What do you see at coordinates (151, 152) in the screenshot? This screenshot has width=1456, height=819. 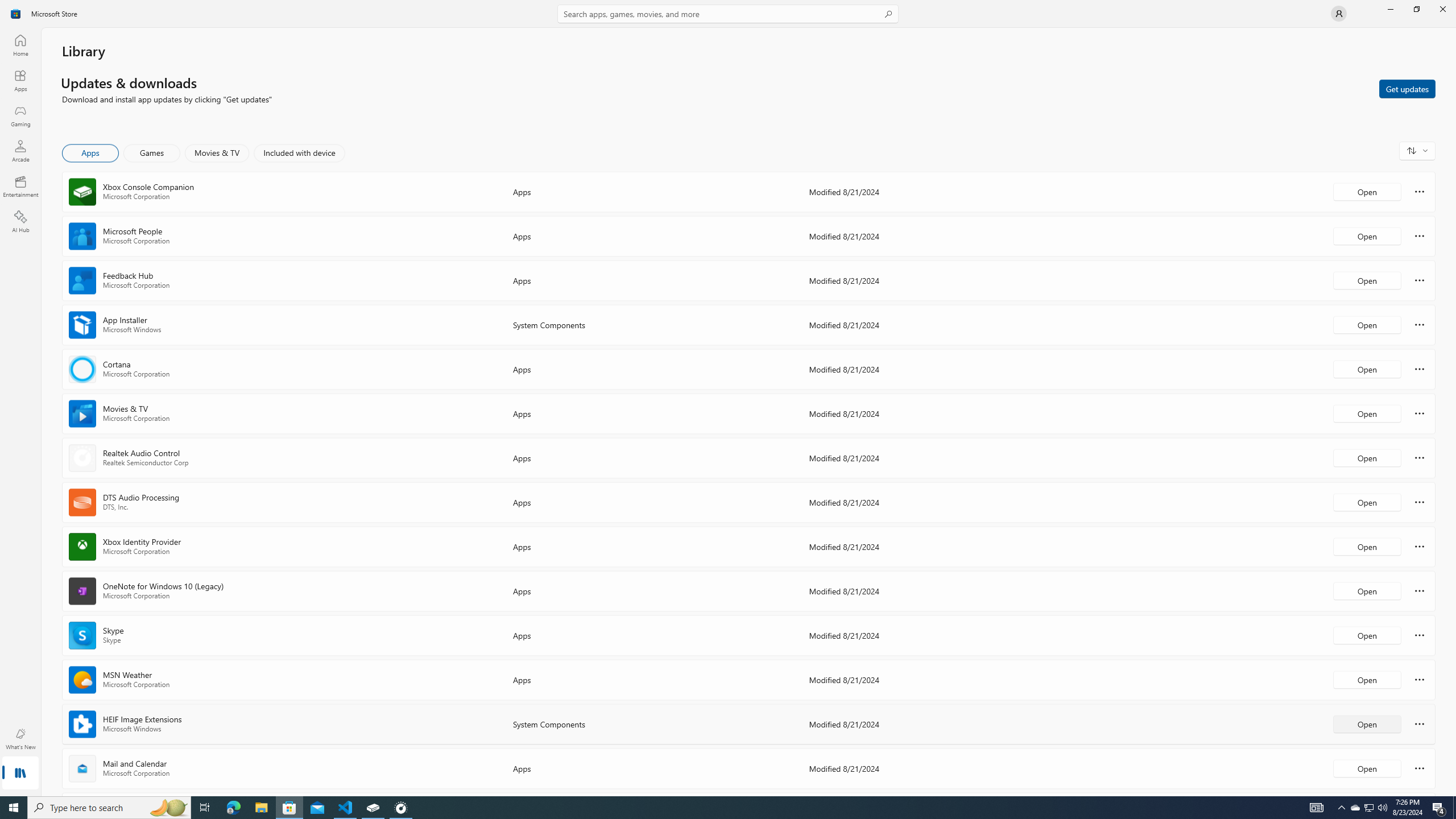 I see `'Games'` at bounding box center [151, 152].